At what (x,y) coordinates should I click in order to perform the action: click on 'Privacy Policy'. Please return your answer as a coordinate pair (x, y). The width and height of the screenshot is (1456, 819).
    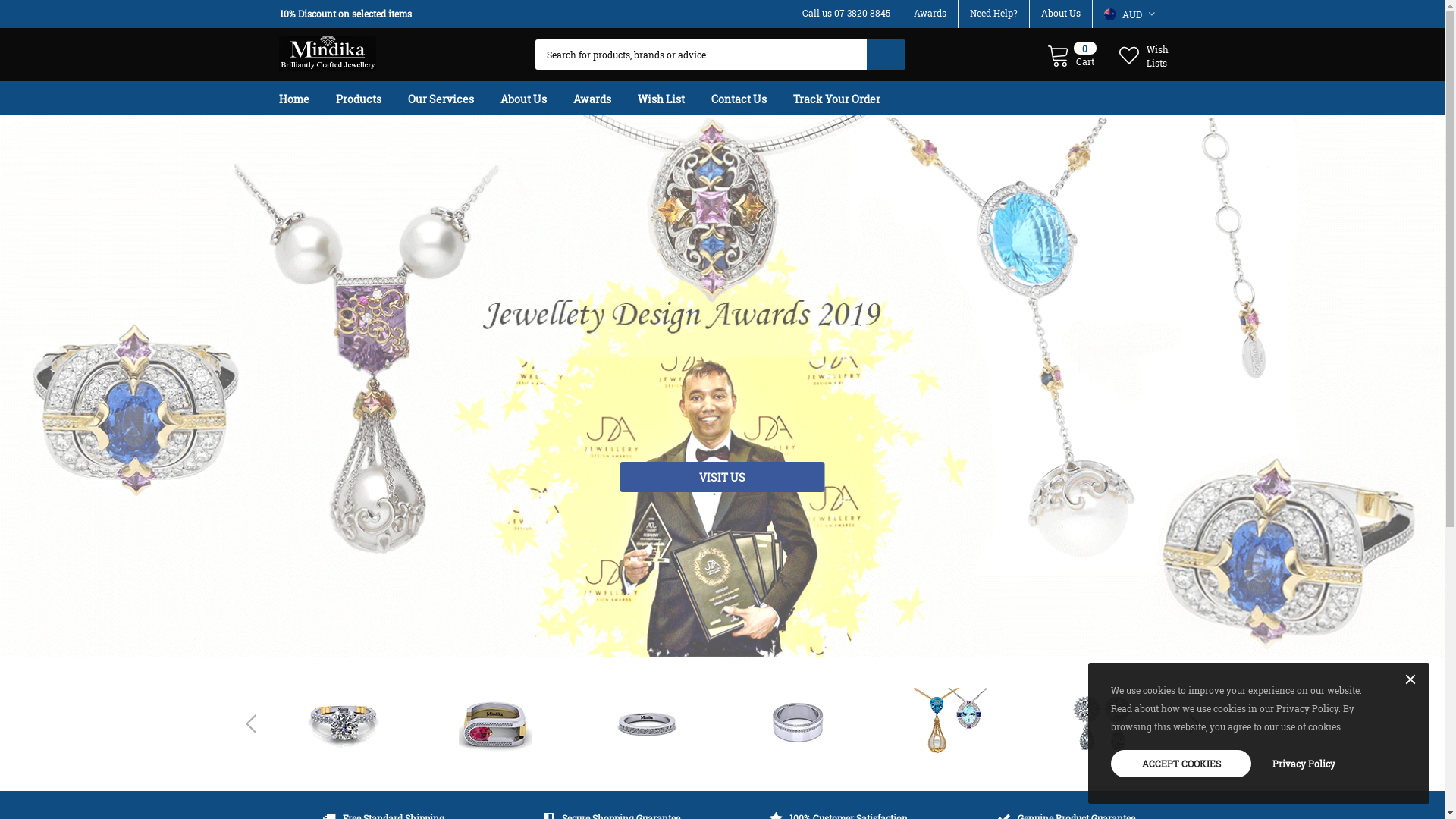
    Looking at the image, I should click on (1303, 763).